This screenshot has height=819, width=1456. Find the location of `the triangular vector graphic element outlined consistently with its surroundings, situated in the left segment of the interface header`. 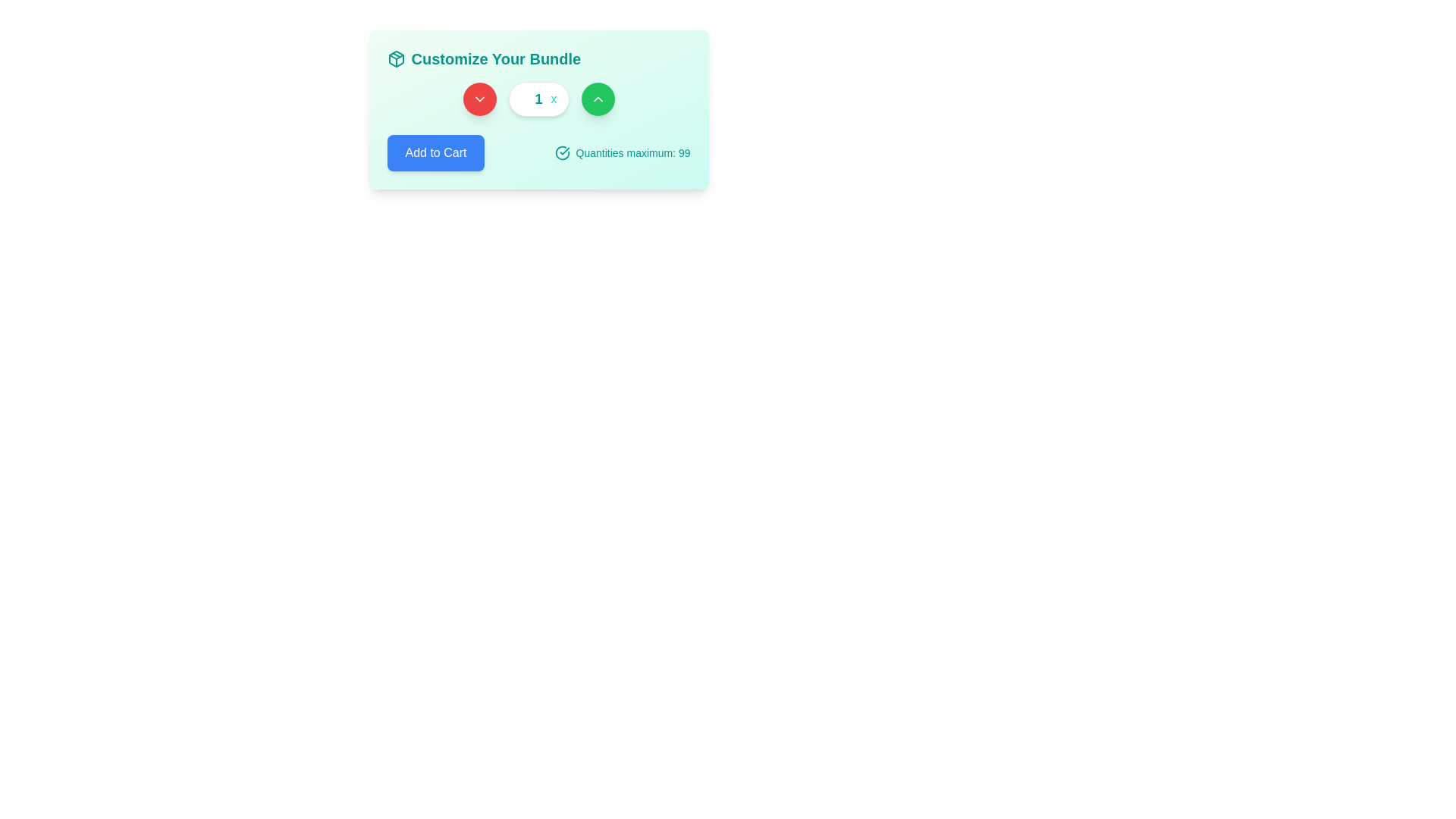

the triangular vector graphic element outlined consistently with its surroundings, situated in the left segment of the interface header is located at coordinates (396, 56).